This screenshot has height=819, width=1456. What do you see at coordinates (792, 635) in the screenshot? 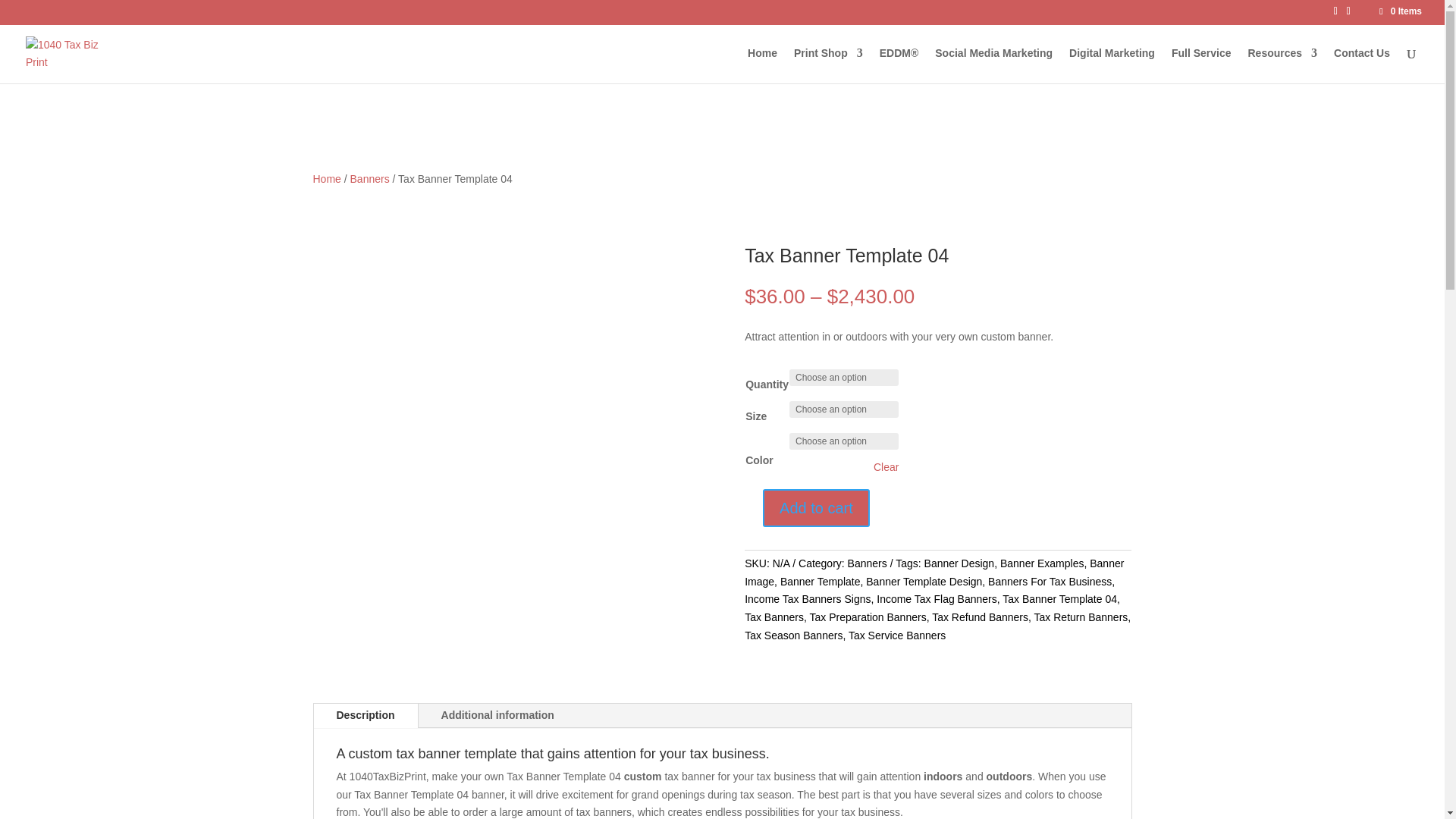
I see `'Tax Season Banners'` at bounding box center [792, 635].